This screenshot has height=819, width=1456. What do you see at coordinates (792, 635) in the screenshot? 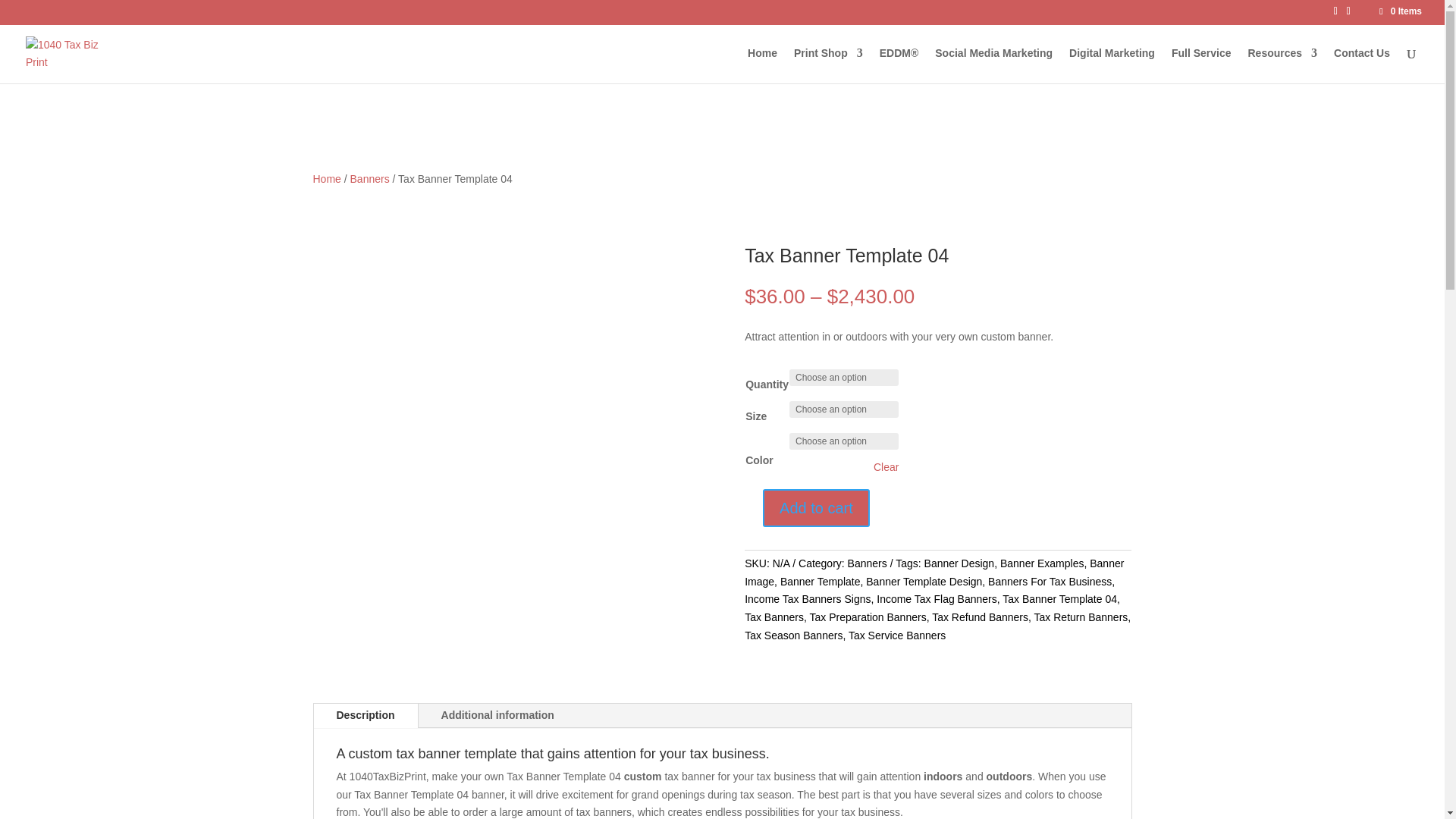
I see `'Tax Season Banners'` at bounding box center [792, 635].